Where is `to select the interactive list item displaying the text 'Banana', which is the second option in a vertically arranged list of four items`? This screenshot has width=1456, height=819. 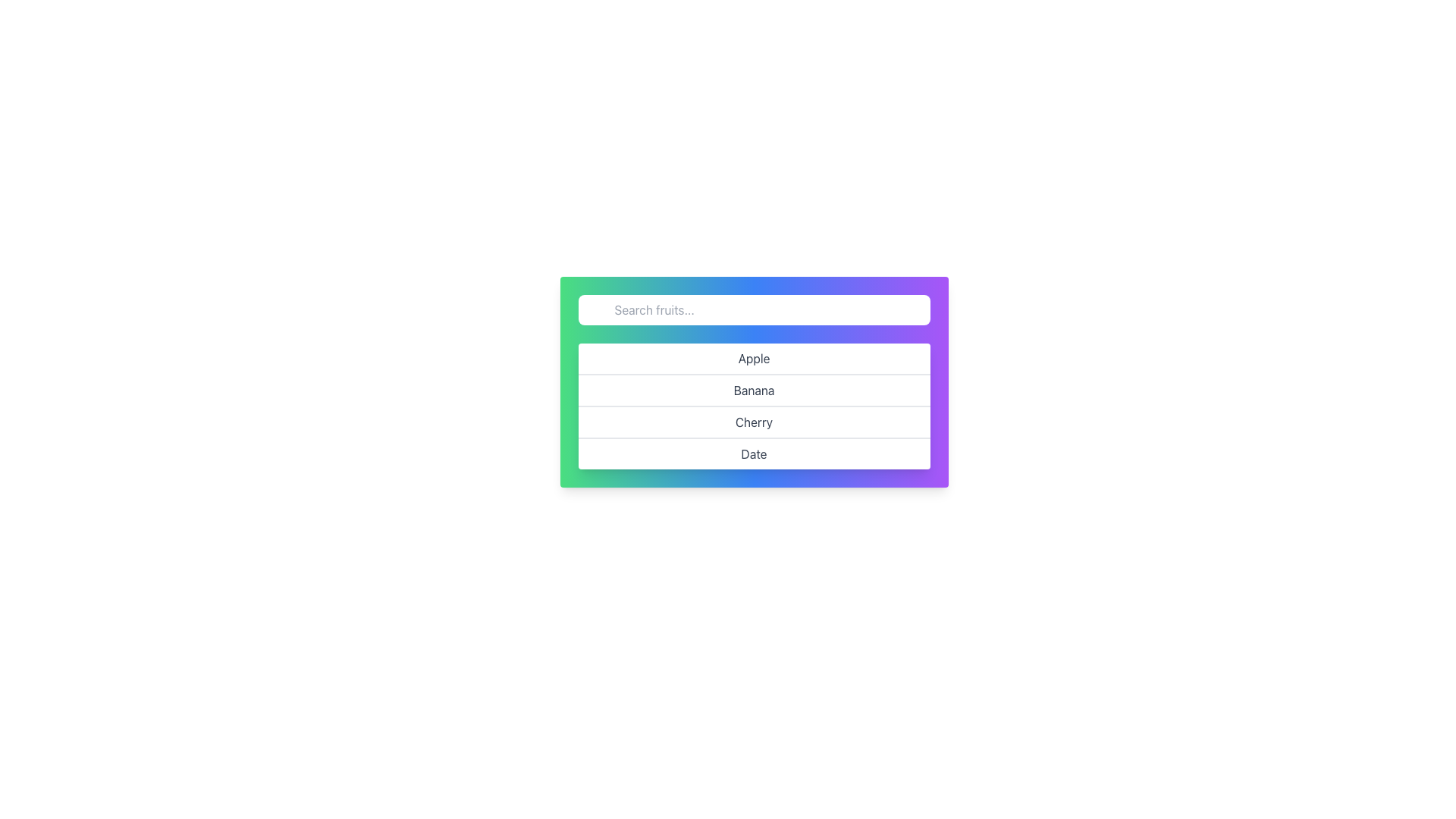 to select the interactive list item displaying the text 'Banana', which is the second option in a vertically arranged list of four items is located at coordinates (754, 388).